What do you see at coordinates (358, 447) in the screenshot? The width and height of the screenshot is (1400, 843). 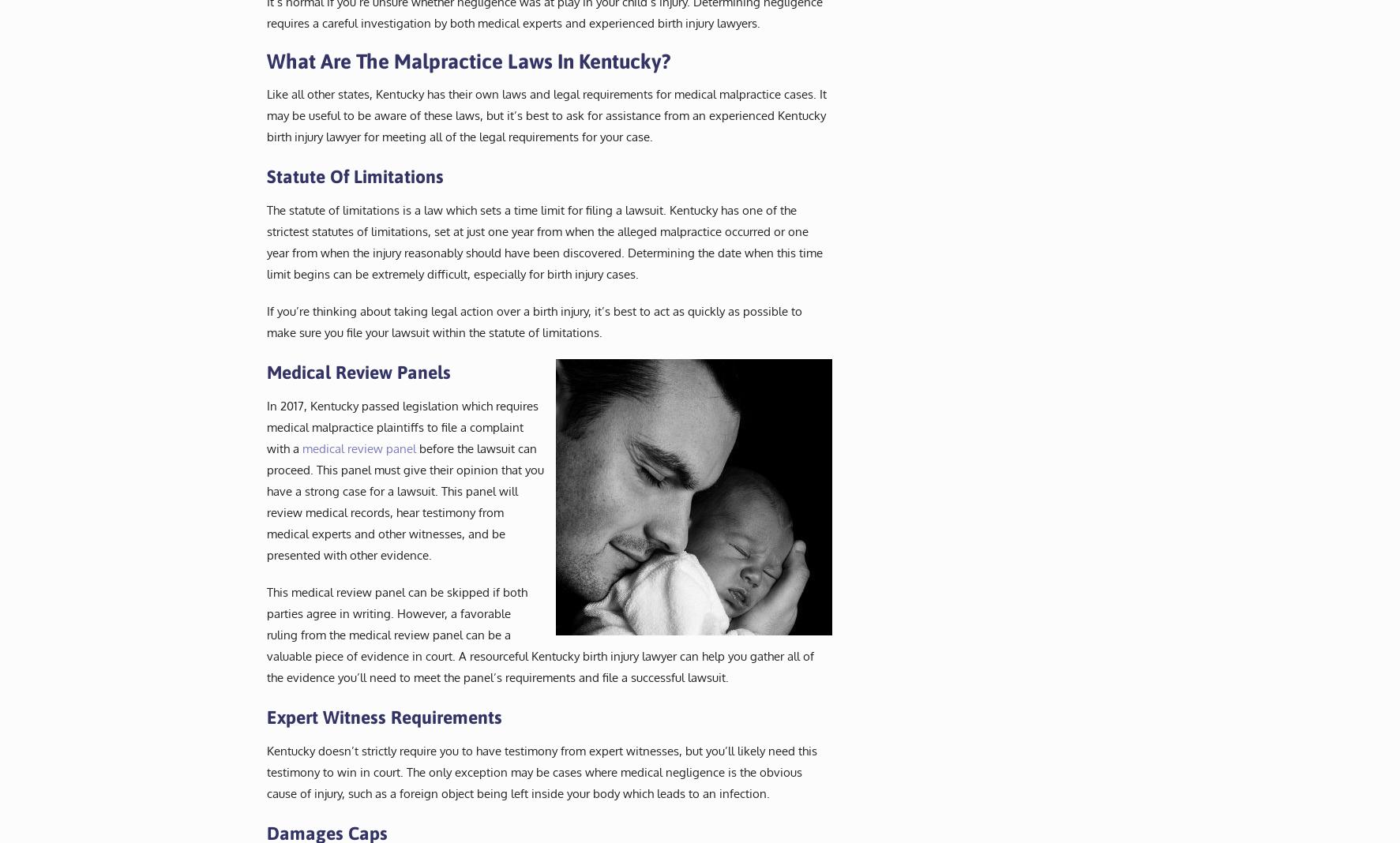 I see `'medical review panel'` at bounding box center [358, 447].